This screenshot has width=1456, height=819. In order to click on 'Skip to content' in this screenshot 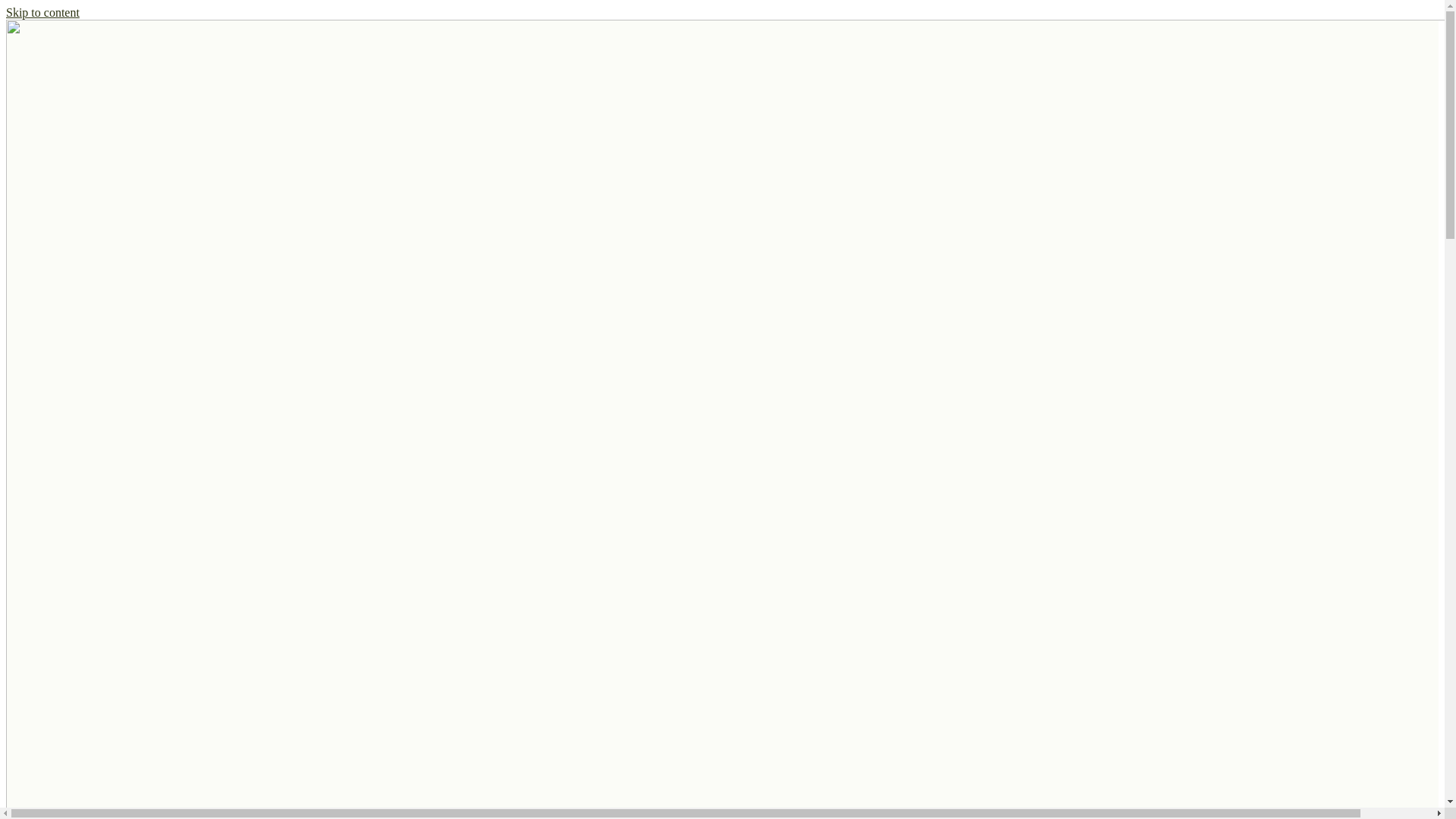, I will do `click(42, 12)`.